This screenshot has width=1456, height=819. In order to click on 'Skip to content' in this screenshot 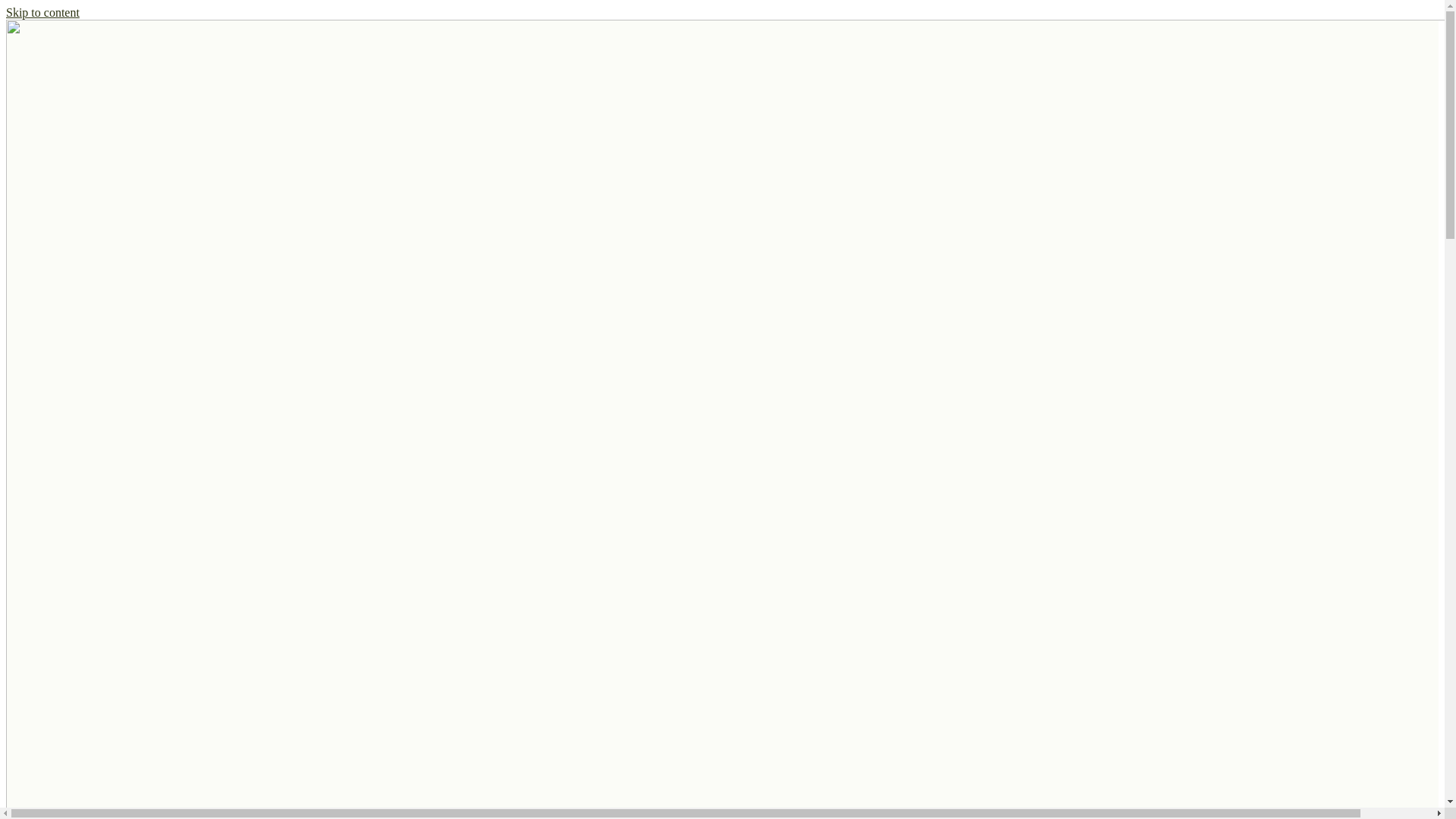, I will do `click(42, 12)`.